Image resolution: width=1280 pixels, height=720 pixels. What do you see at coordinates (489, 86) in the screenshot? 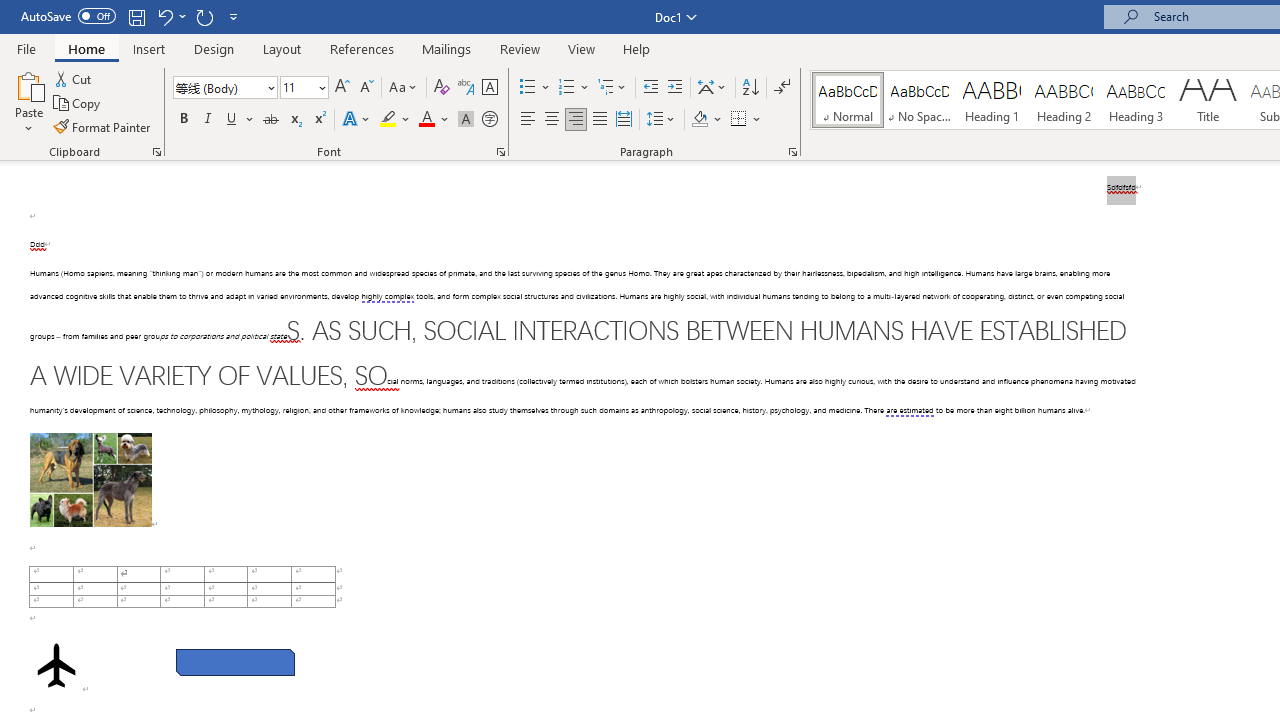
I see `'Character Border'` at bounding box center [489, 86].